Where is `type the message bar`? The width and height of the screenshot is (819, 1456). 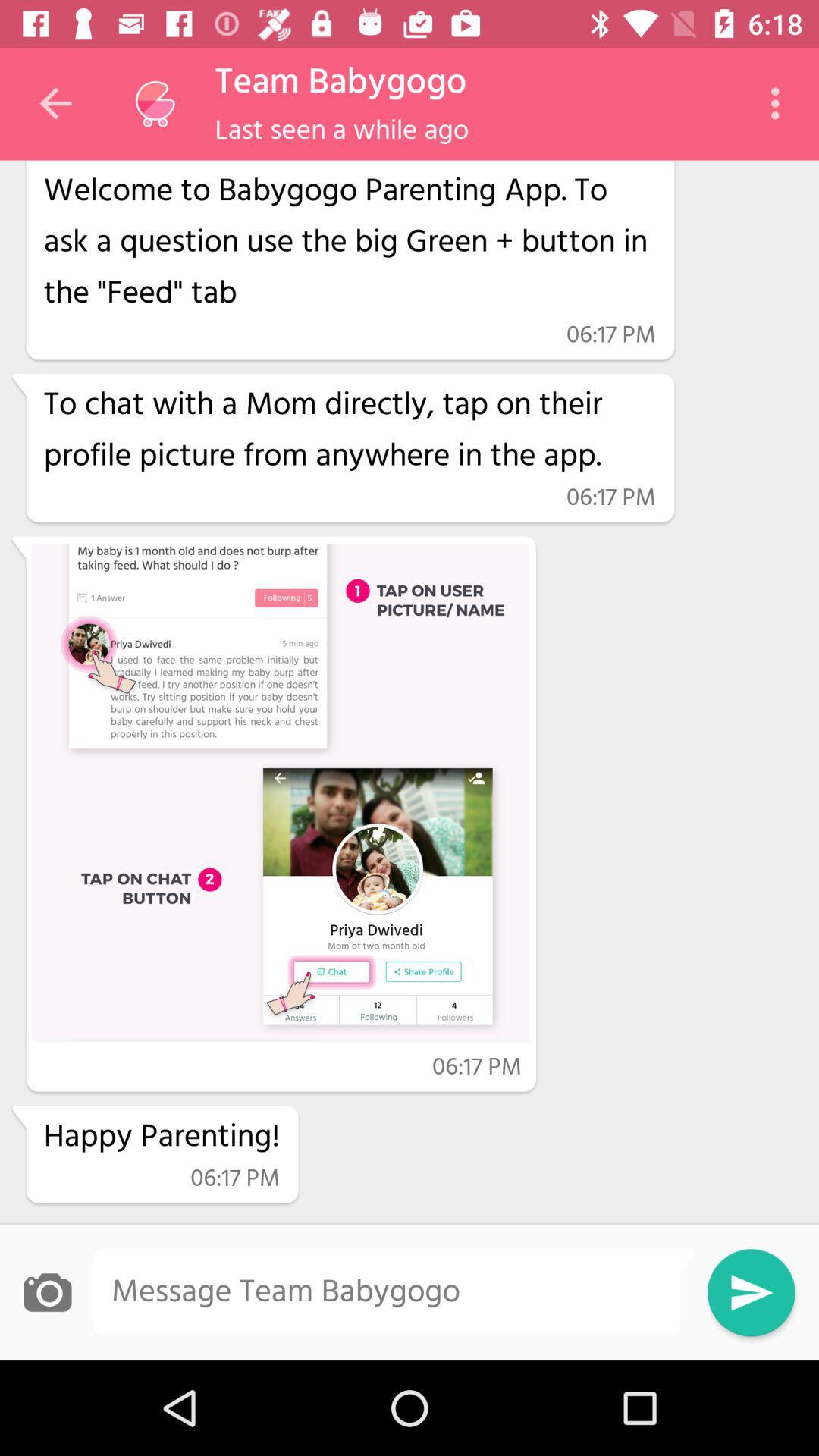 type the message bar is located at coordinates (393, 1291).